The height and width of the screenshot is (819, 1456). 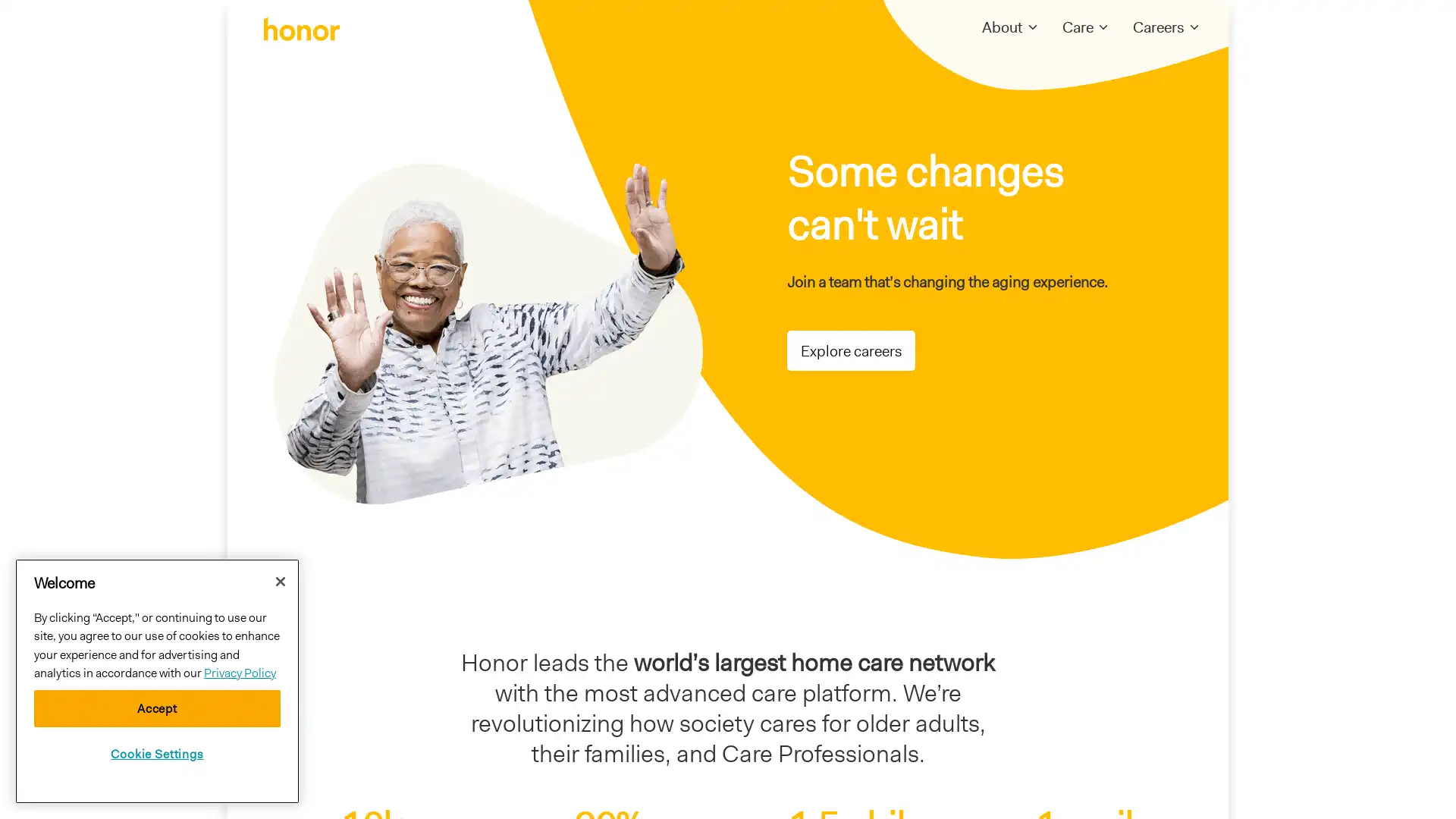 I want to click on Careers, so click(x=1157, y=27).